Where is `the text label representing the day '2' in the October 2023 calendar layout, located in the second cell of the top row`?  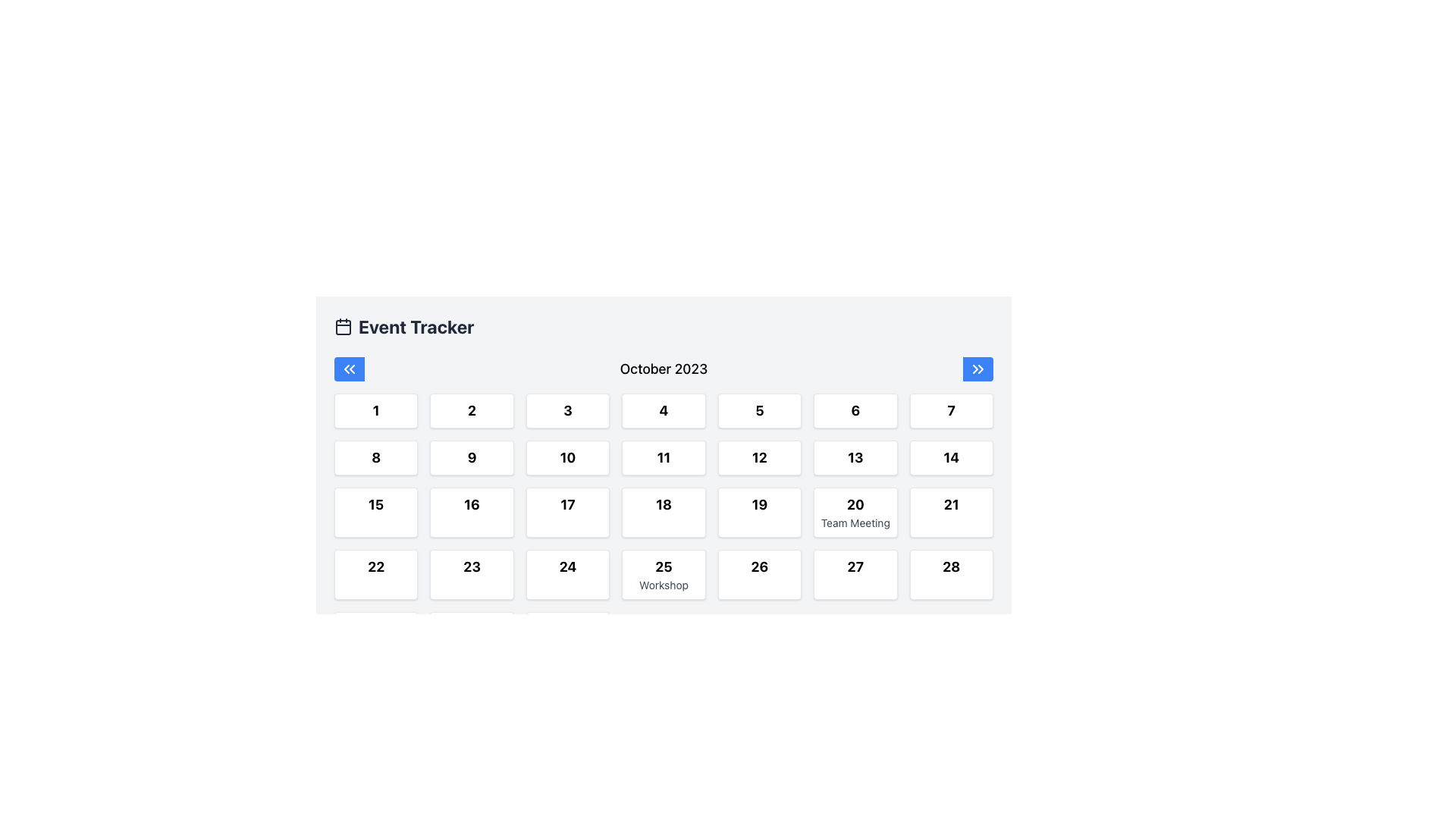
the text label representing the day '2' in the October 2023 calendar layout, located in the second cell of the top row is located at coordinates (471, 411).